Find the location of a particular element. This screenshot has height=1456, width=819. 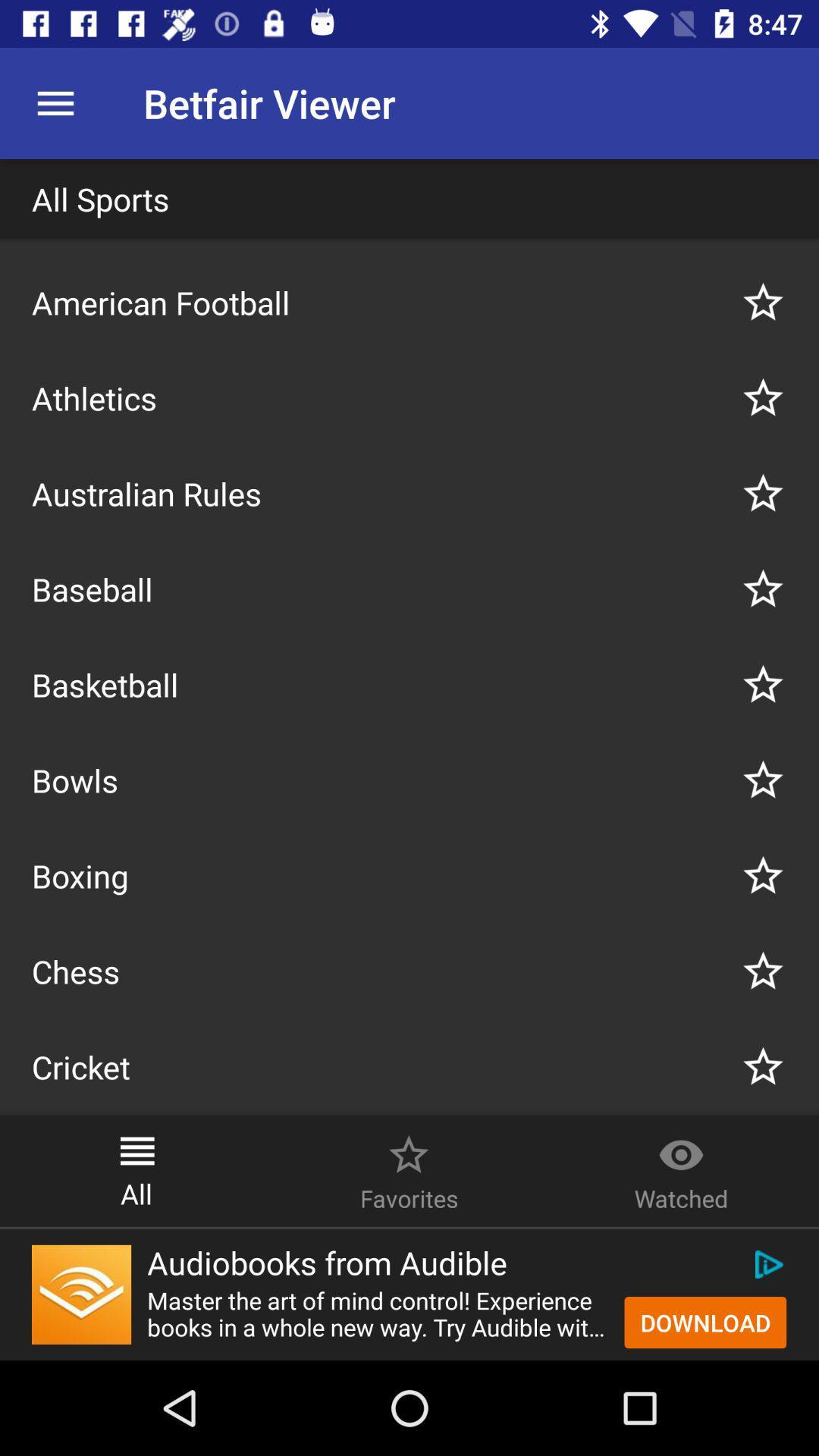

the button on the bottom right corner of the web page is located at coordinates (705, 1321).